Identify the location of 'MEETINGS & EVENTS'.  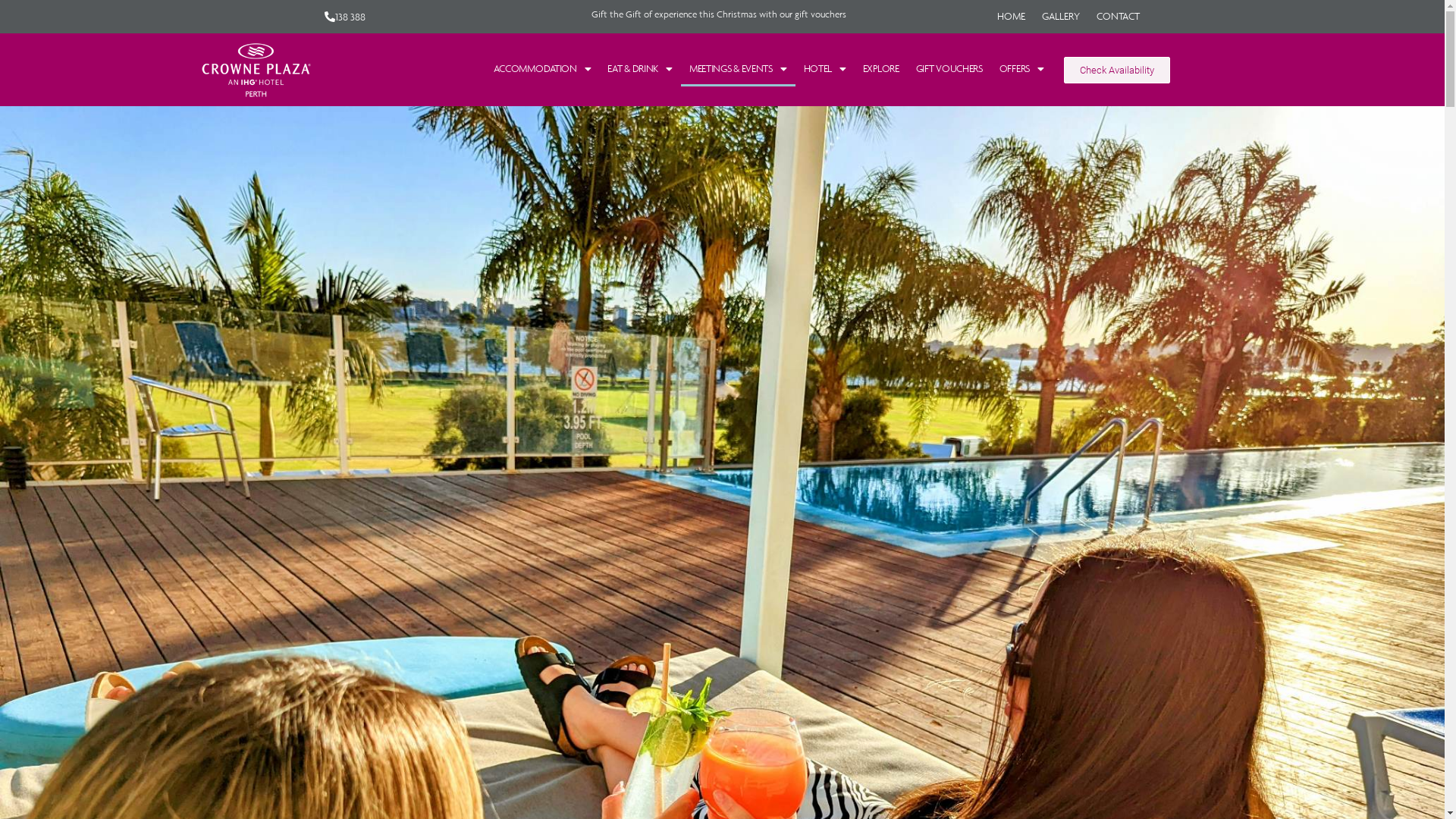
(738, 69).